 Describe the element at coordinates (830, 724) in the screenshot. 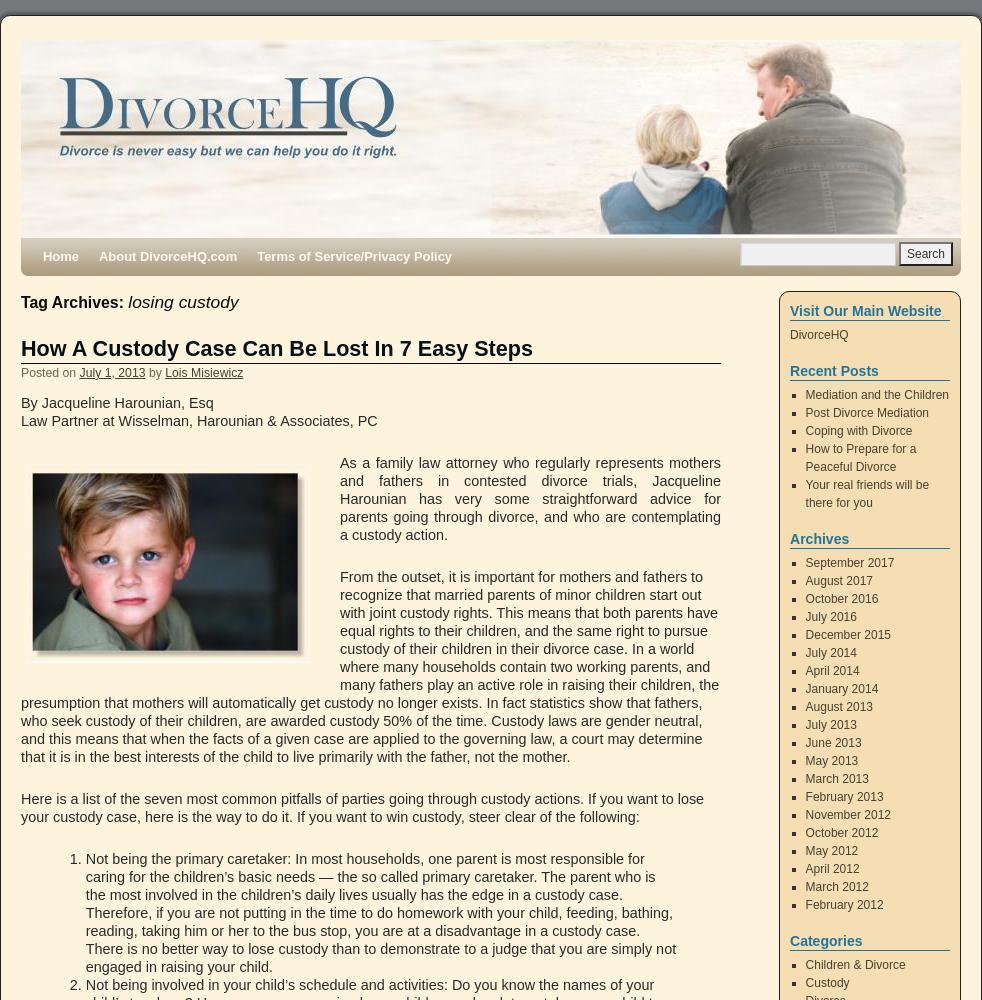

I see `'July 2013'` at that location.